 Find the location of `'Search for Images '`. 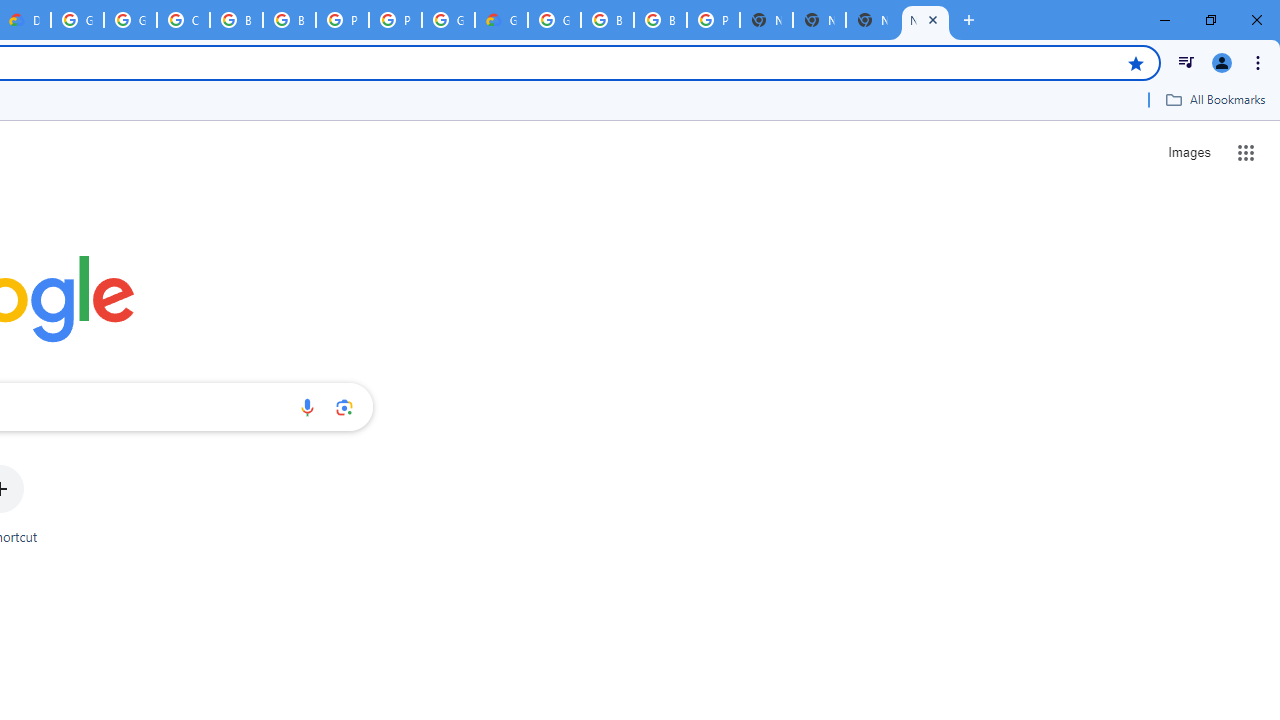

'Search for Images ' is located at coordinates (1189, 152).